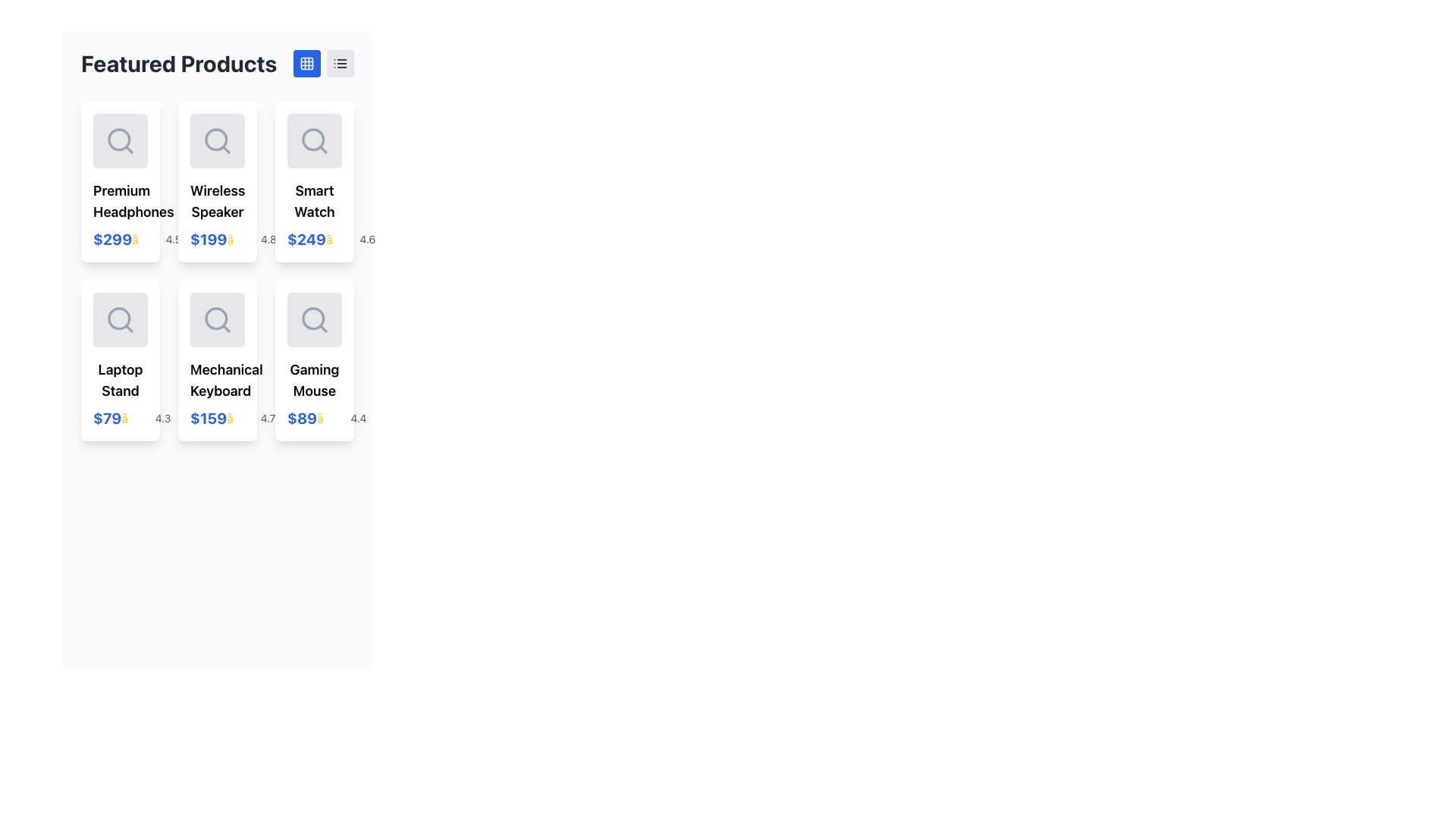  I want to click on the 'Laptop Stand' product card, so click(119, 360).